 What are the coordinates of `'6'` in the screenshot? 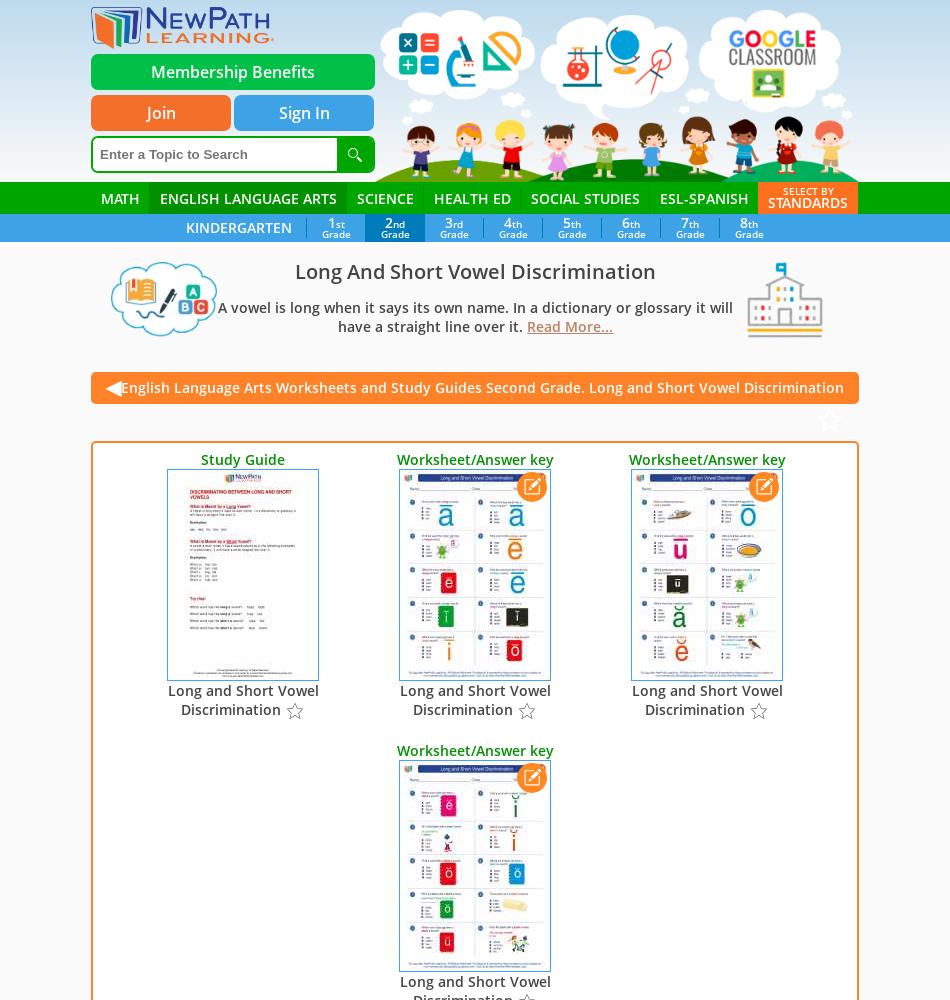 It's located at (625, 221).